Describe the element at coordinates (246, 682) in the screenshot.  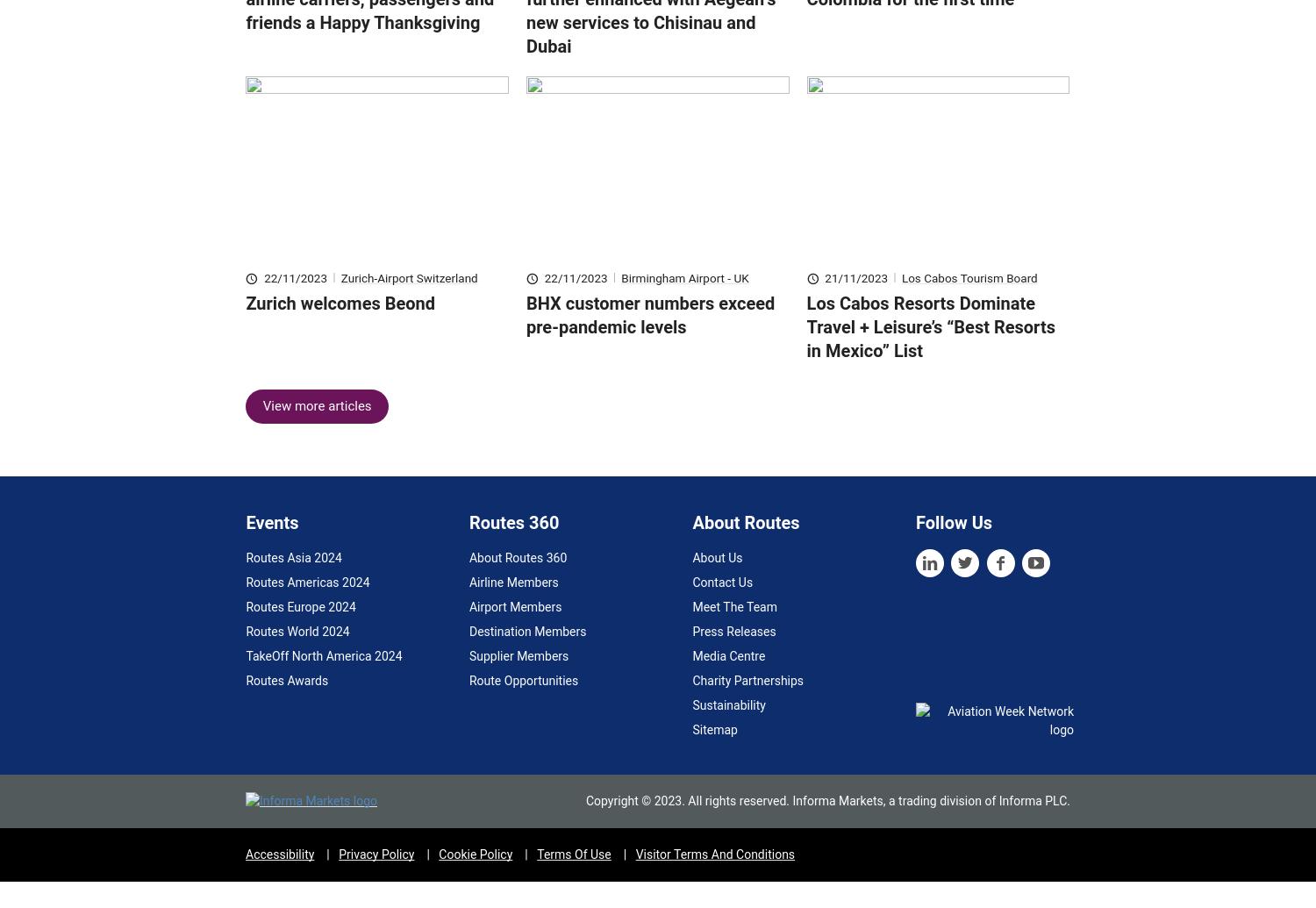
I see `'TakeOff North America 2024'` at that location.